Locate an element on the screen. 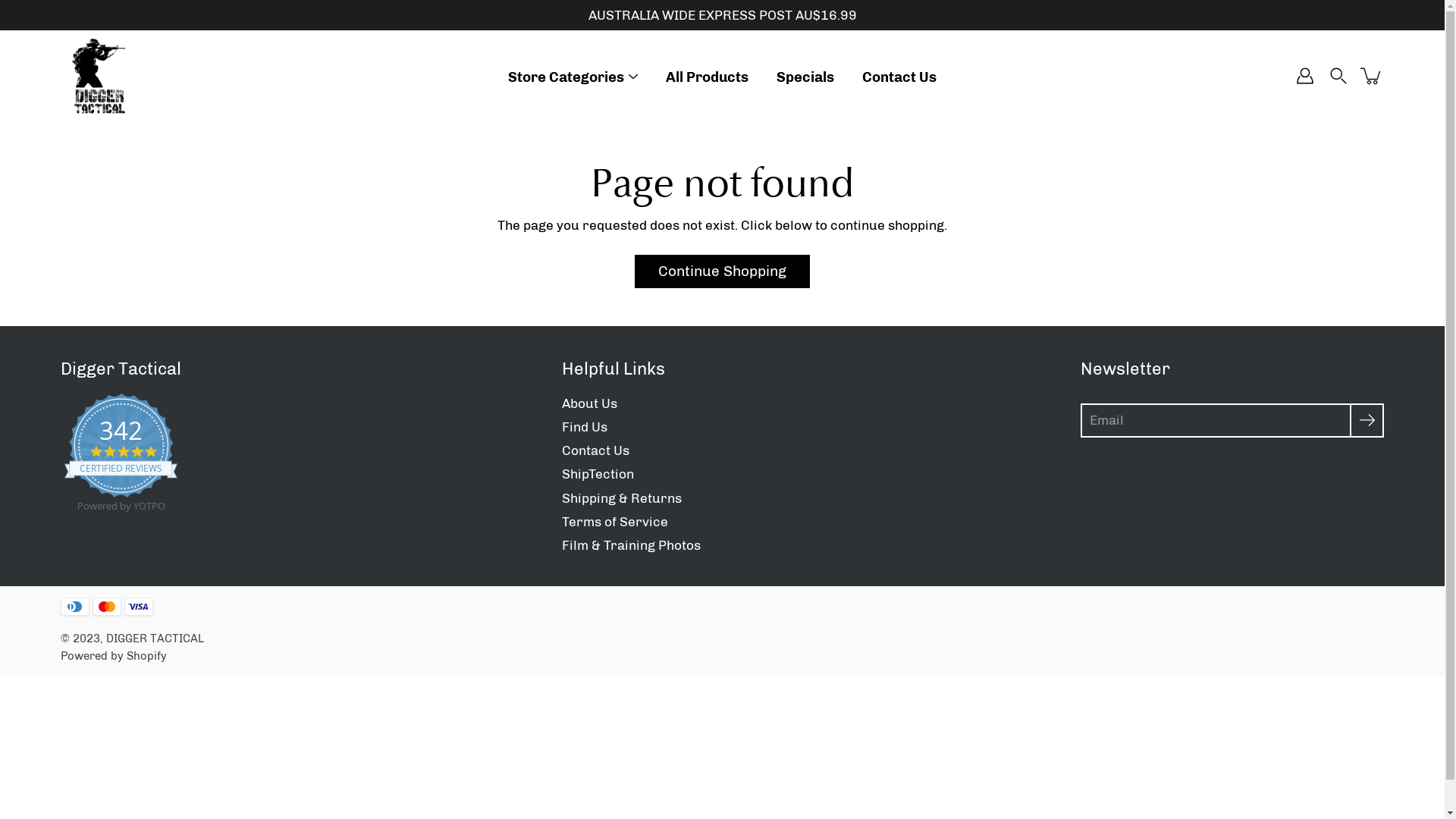 Image resolution: width=1456 pixels, height=819 pixels. 'Terms of Service' is located at coordinates (614, 520).